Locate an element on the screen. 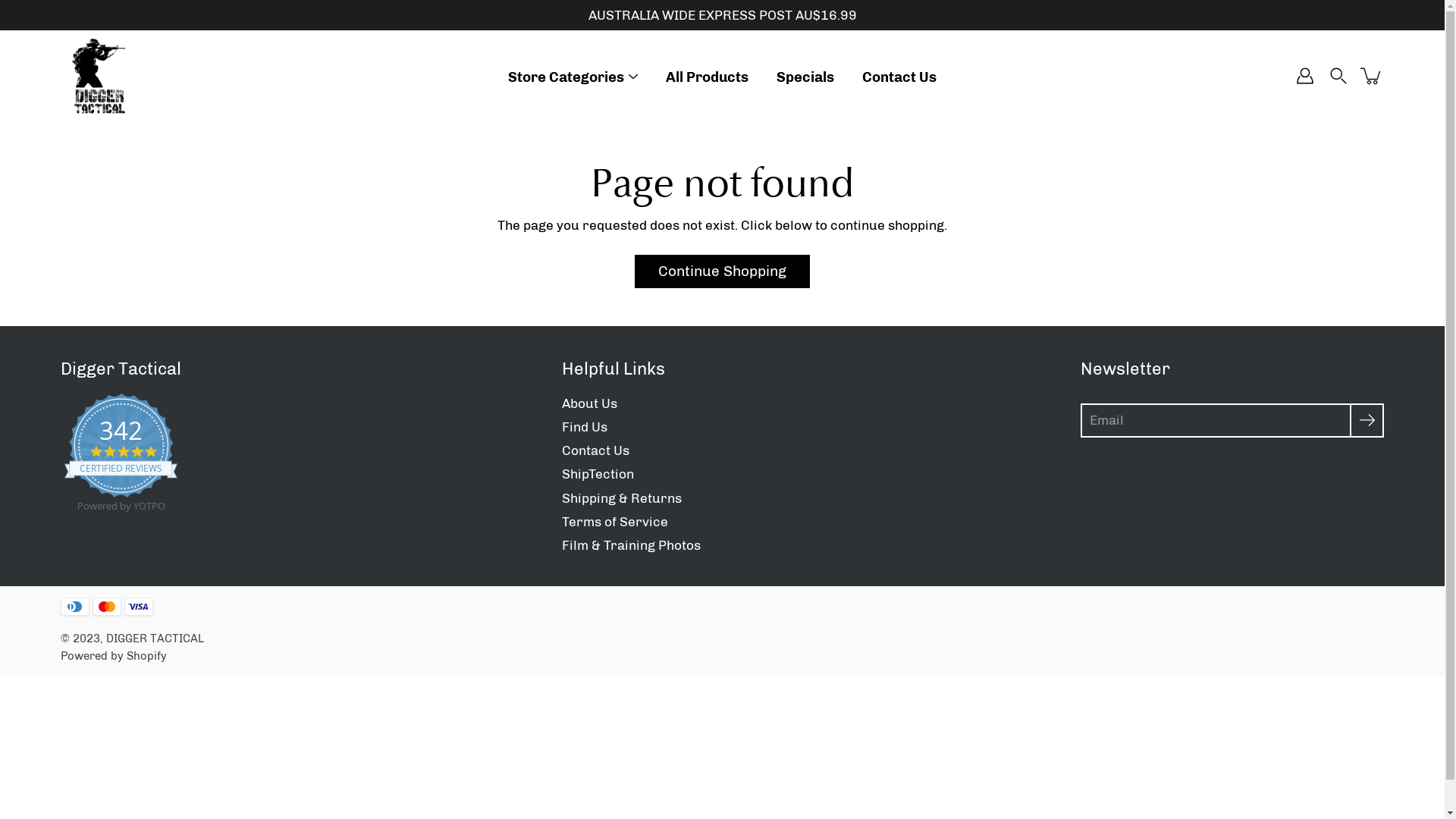 Image resolution: width=1456 pixels, height=819 pixels. 'Terms of Service' is located at coordinates (614, 520).